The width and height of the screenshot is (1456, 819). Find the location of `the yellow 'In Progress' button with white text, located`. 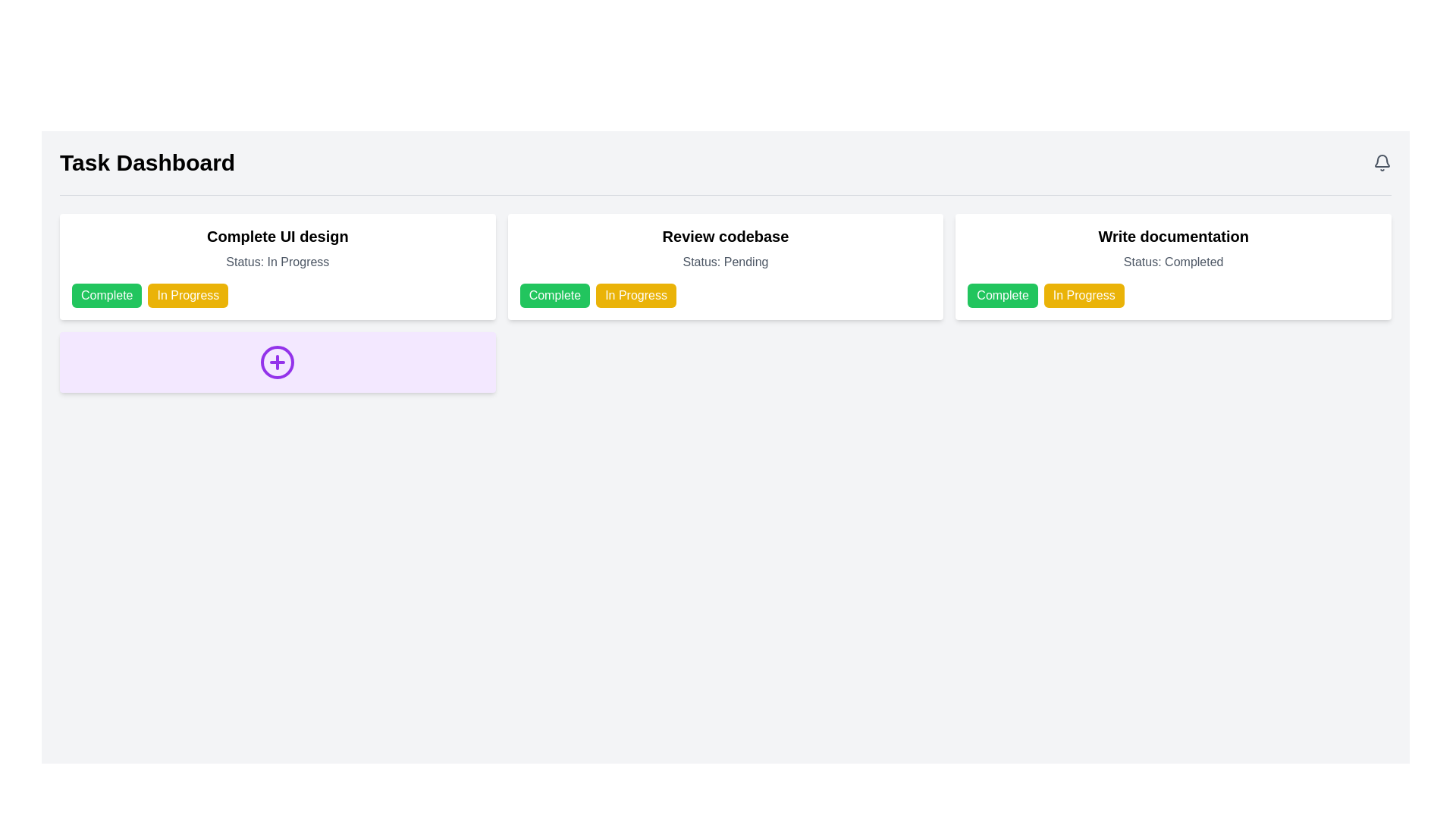

the yellow 'In Progress' button with white text, located is located at coordinates (1083, 295).